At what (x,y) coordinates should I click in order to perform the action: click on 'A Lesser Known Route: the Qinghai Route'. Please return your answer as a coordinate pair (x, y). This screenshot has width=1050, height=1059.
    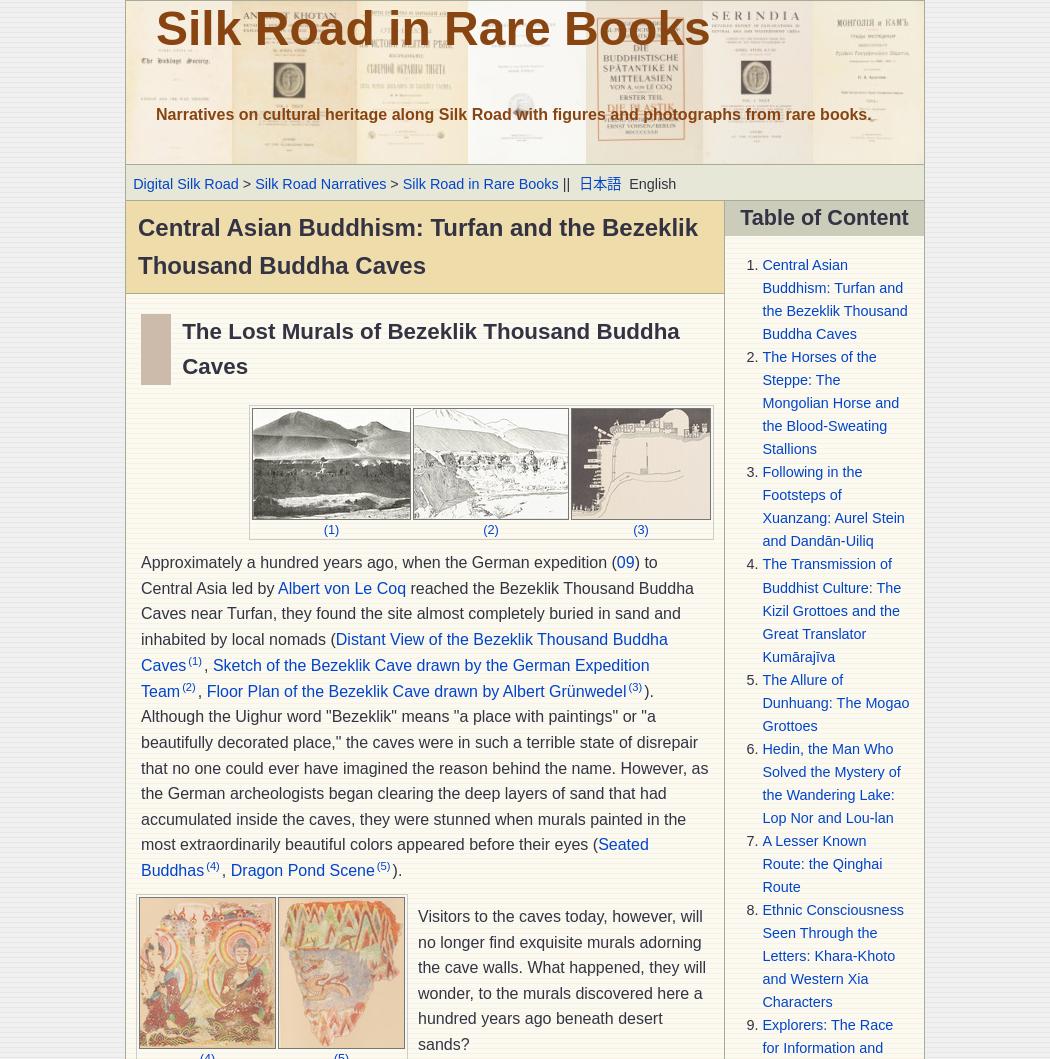
    Looking at the image, I should click on (821, 864).